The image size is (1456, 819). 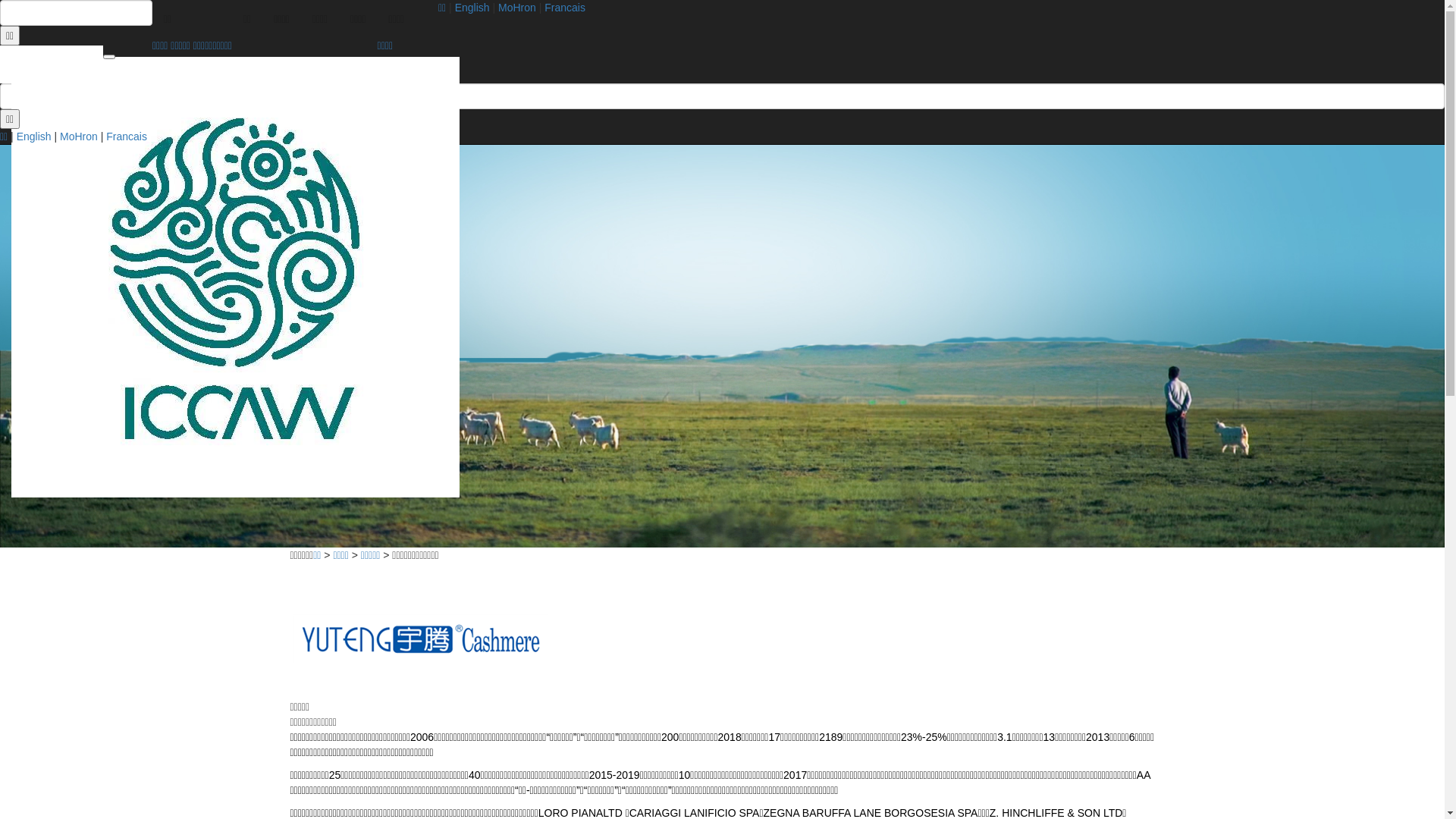 I want to click on 'Francais', so click(x=127, y=136).